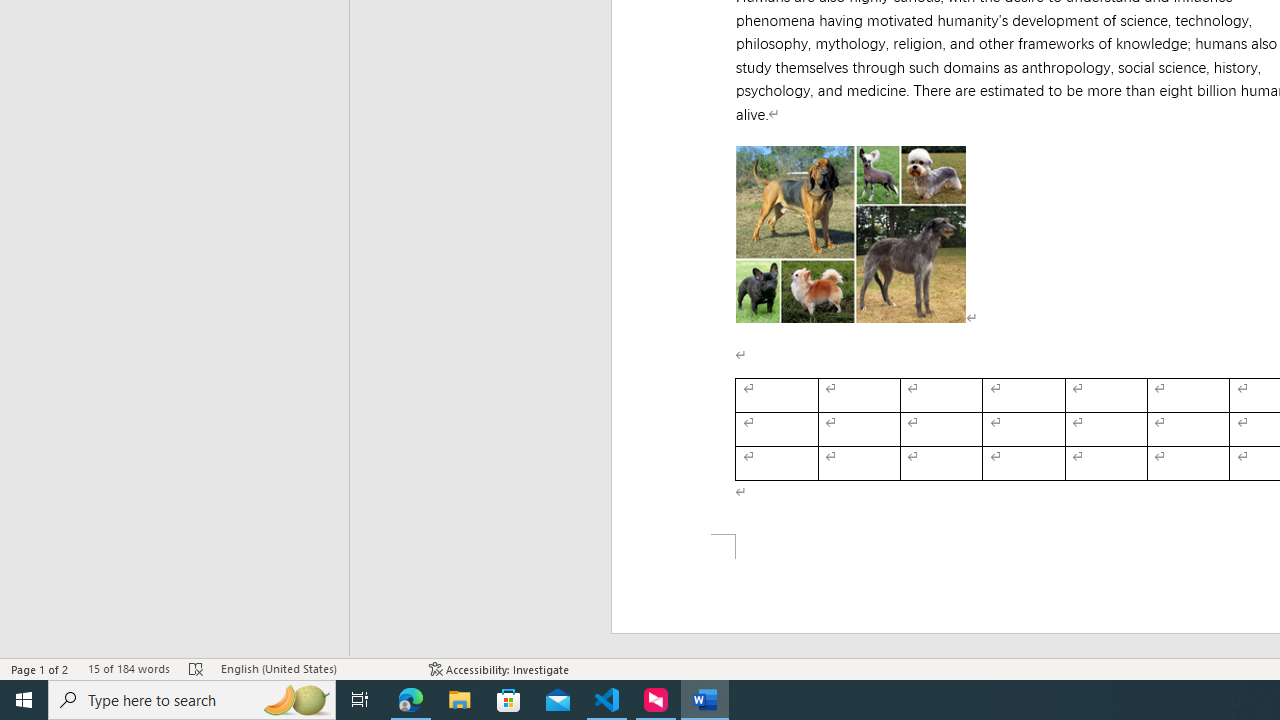 The height and width of the screenshot is (720, 1280). I want to click on 'Page Number Page 1 of 2', so click(40, 669).